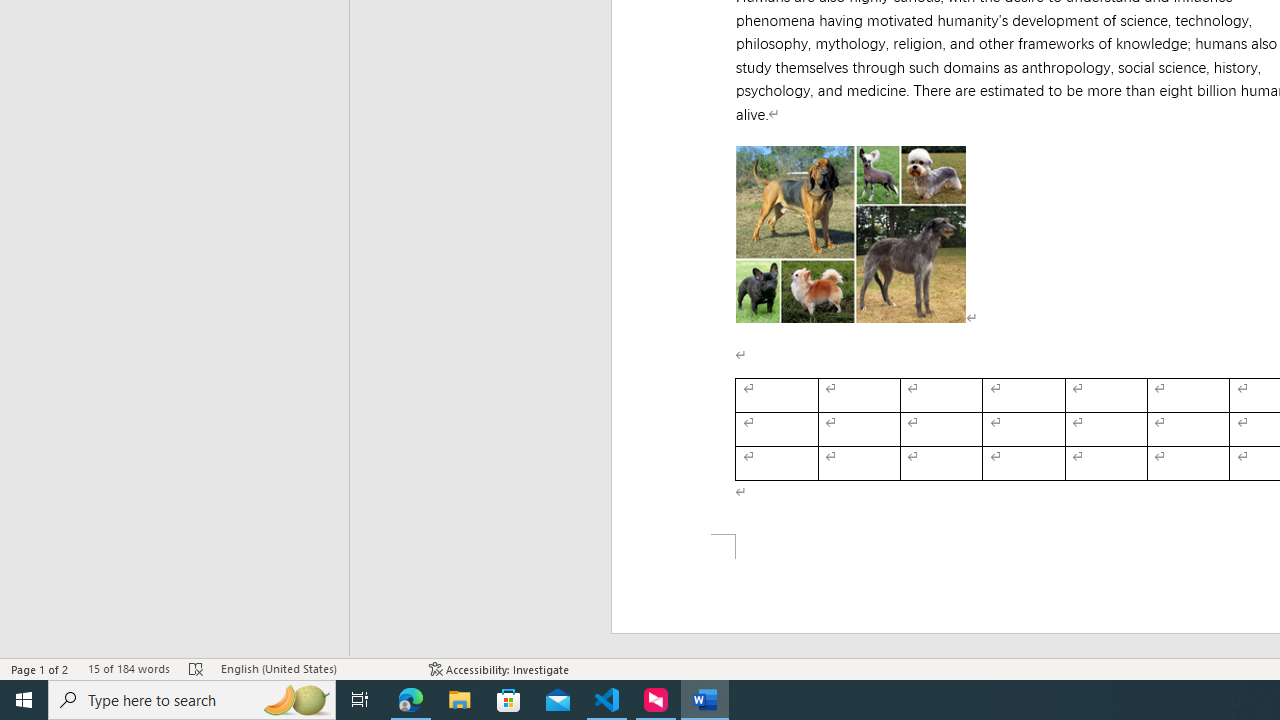 The height and width of the screenshot is (720, 1280). I want to click on 'Page Number Page 1 of 2', so click(40, 669).